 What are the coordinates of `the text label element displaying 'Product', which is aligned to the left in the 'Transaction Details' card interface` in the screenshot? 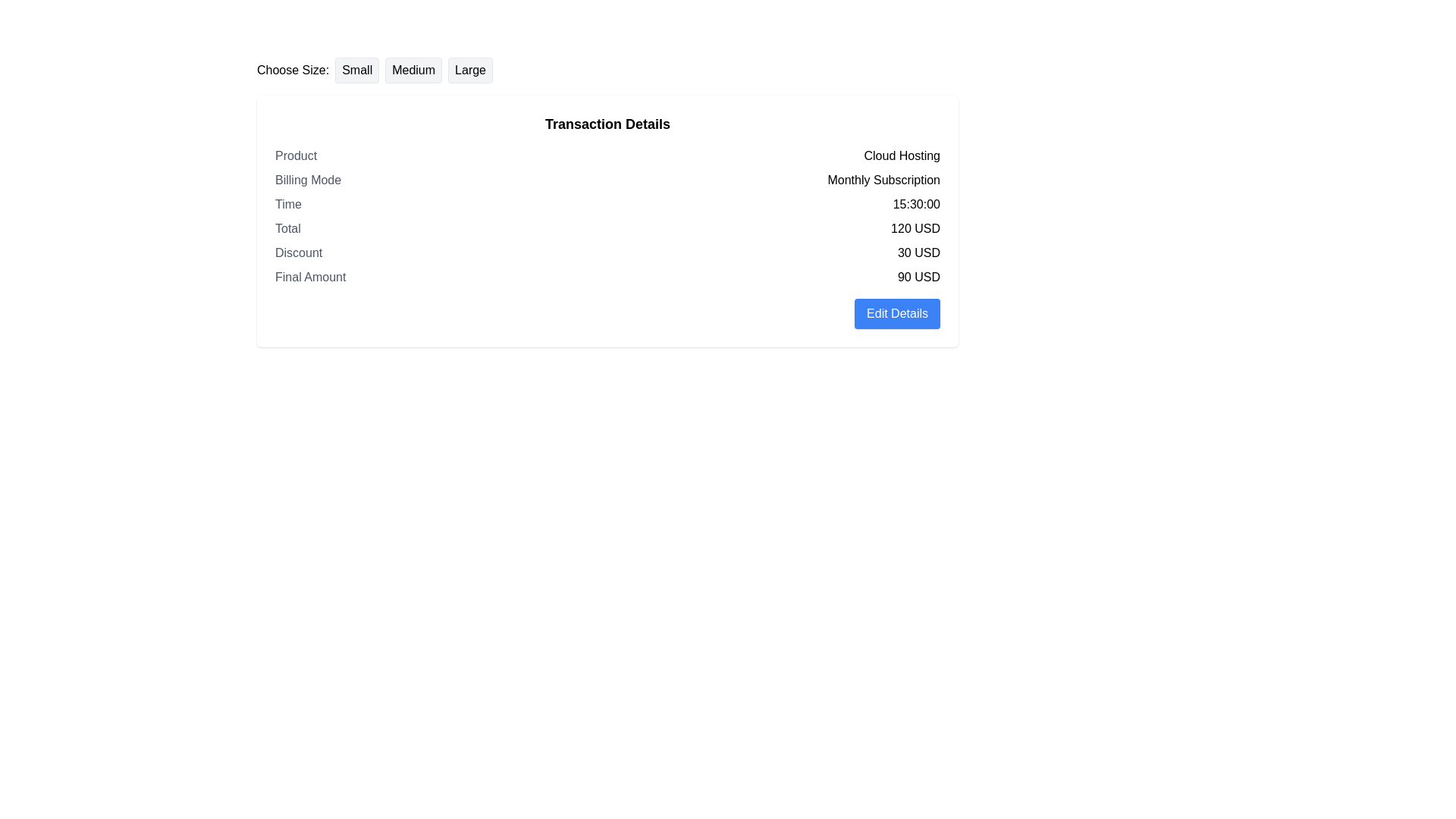 It's located at (296, 155).